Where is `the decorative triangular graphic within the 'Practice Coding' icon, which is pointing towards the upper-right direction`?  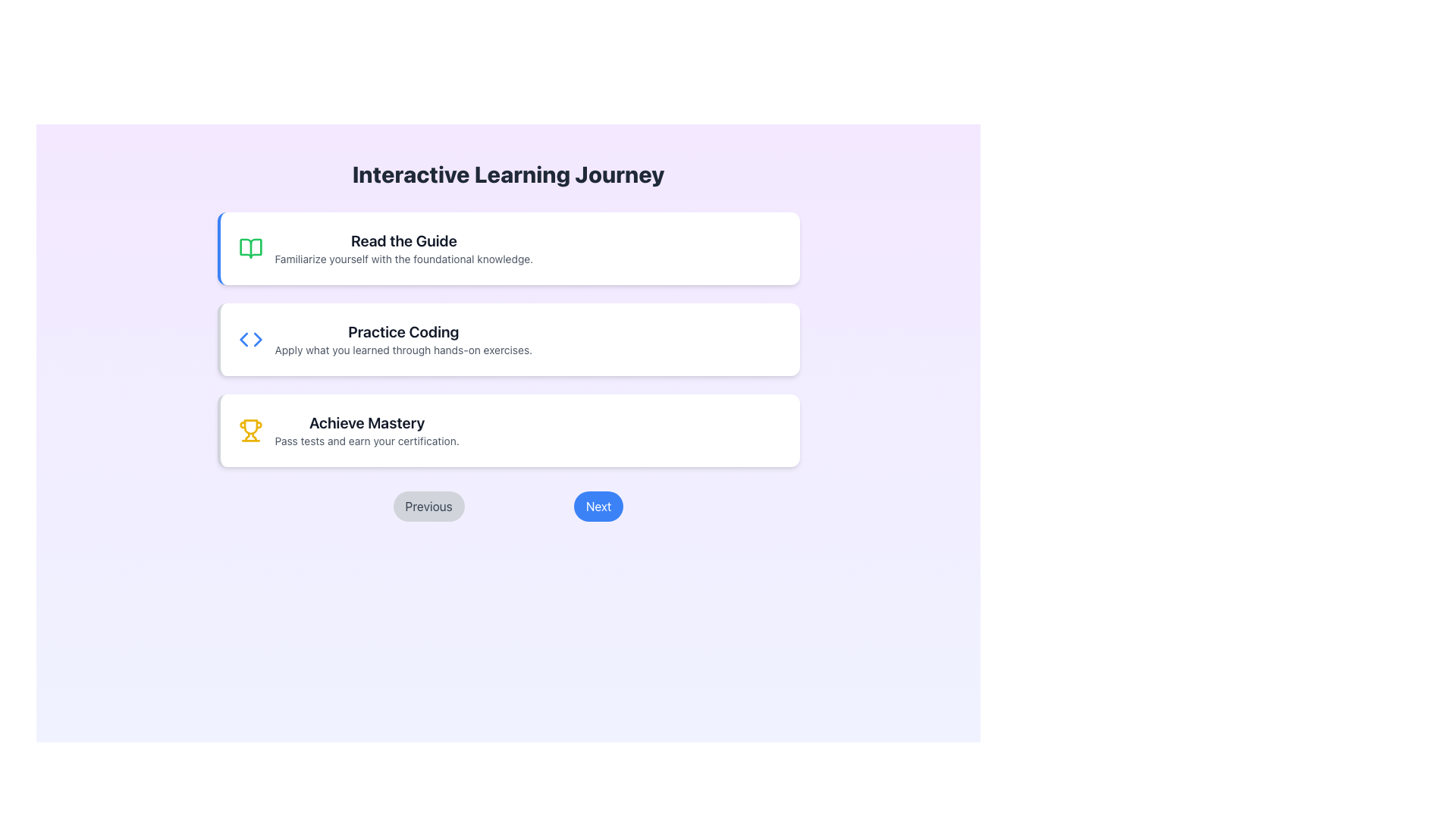 the decorative triangular graphic within the 'Practice Coding' icon, which is pointing towards the upper-right direction is located at coordinates (257, 338).